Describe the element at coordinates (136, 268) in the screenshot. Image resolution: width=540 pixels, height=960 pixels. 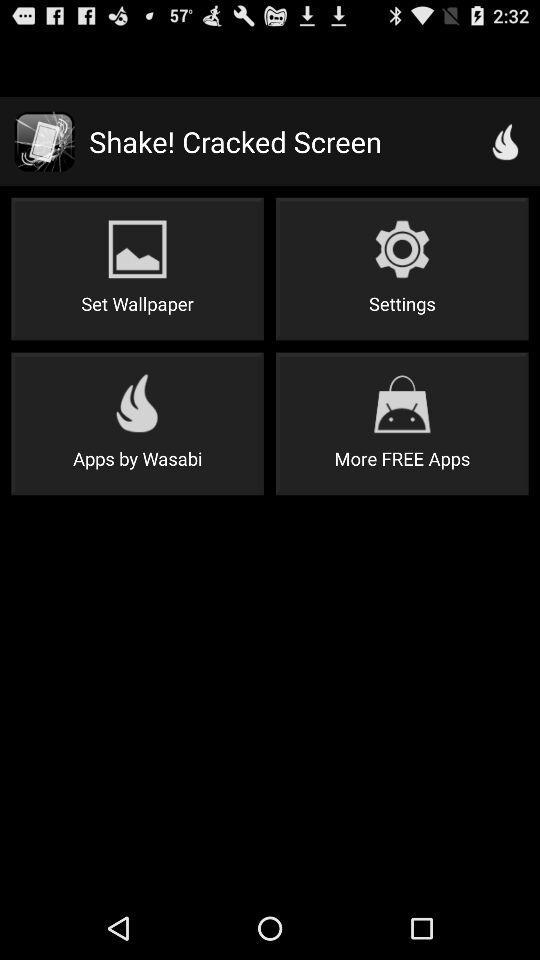
I see `item to the left of settings item` at that location.